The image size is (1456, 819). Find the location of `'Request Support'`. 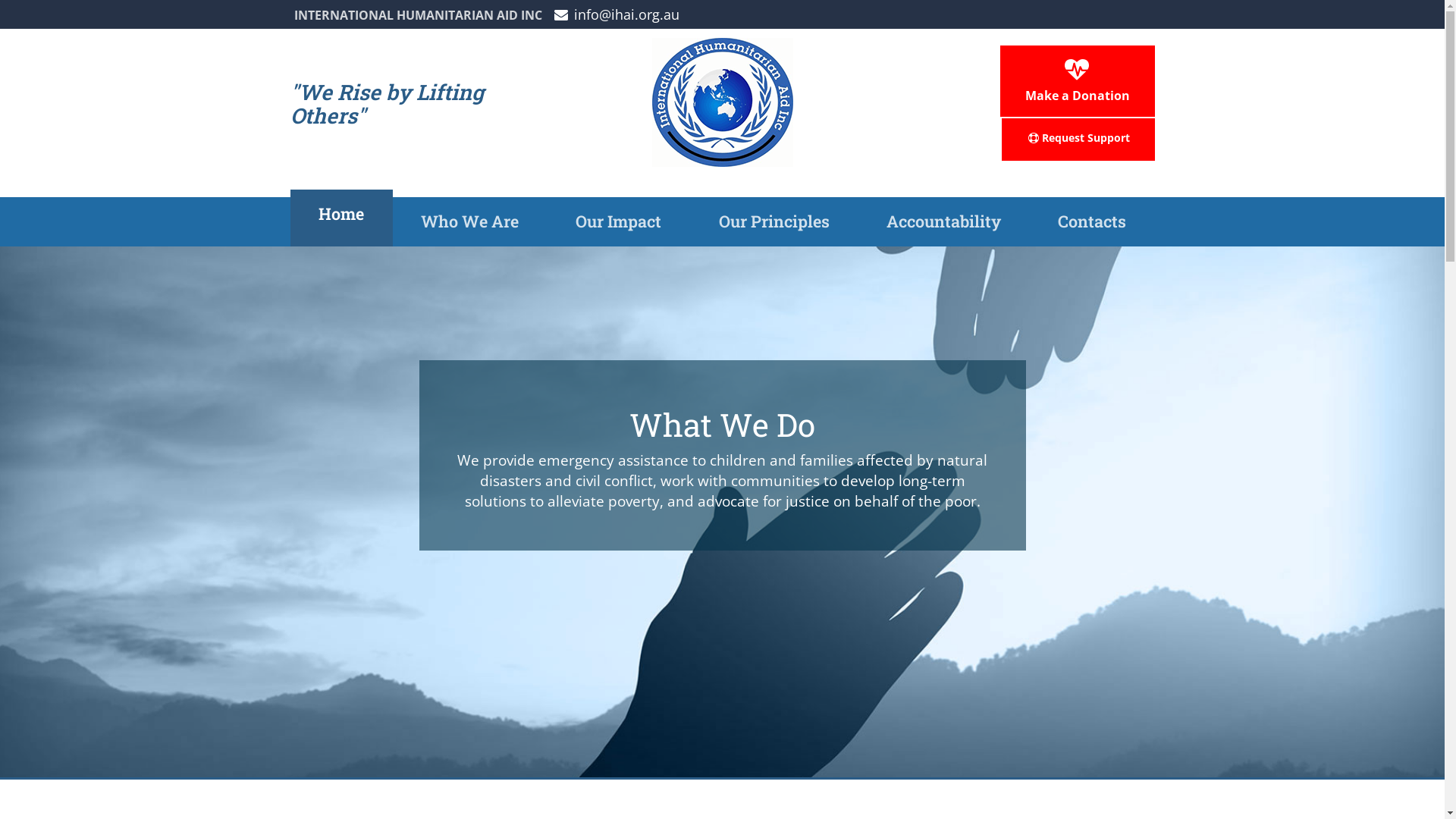

'Request Support' is located at coordinates (14, 444).